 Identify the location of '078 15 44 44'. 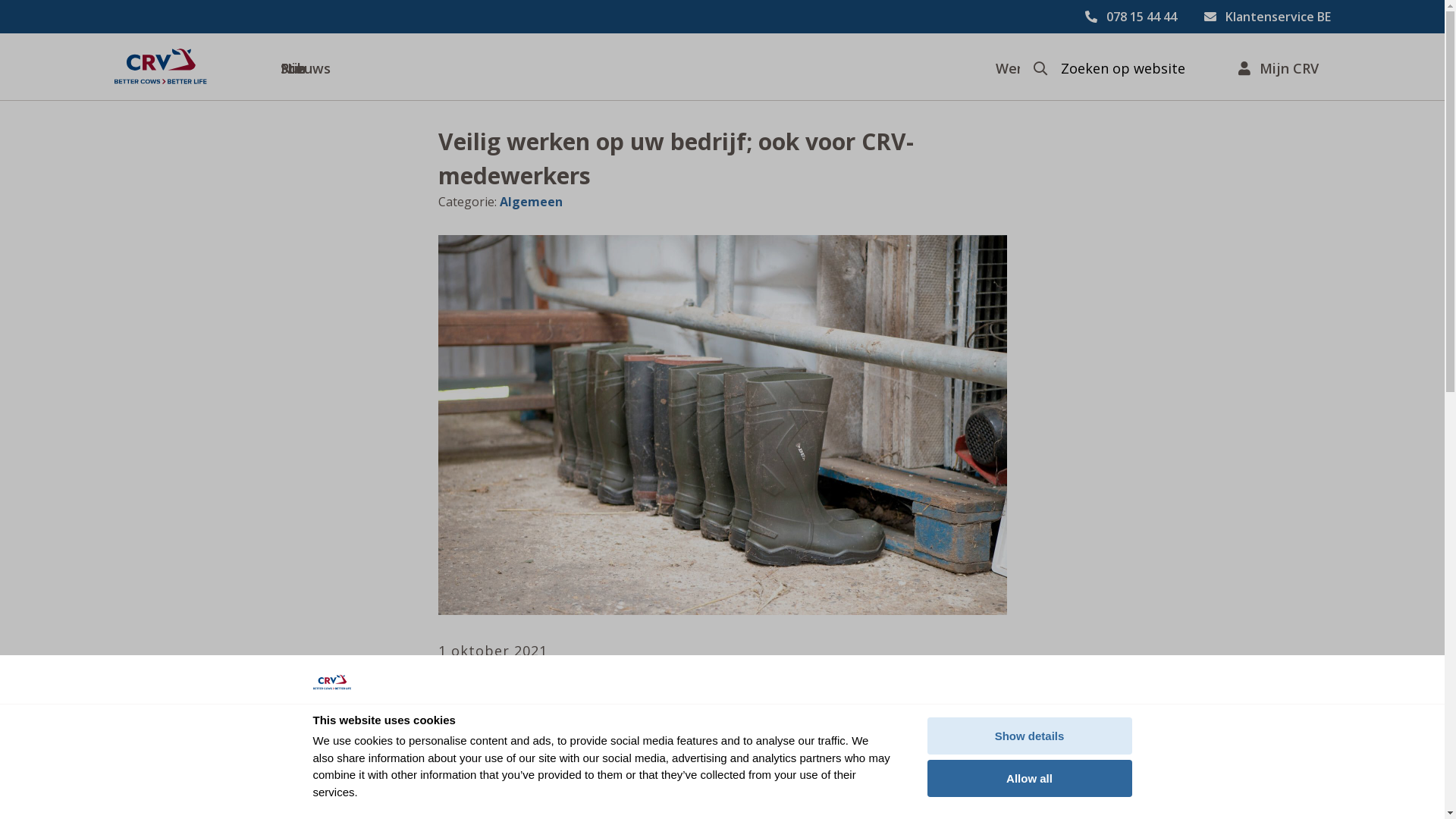
(1084, 17).